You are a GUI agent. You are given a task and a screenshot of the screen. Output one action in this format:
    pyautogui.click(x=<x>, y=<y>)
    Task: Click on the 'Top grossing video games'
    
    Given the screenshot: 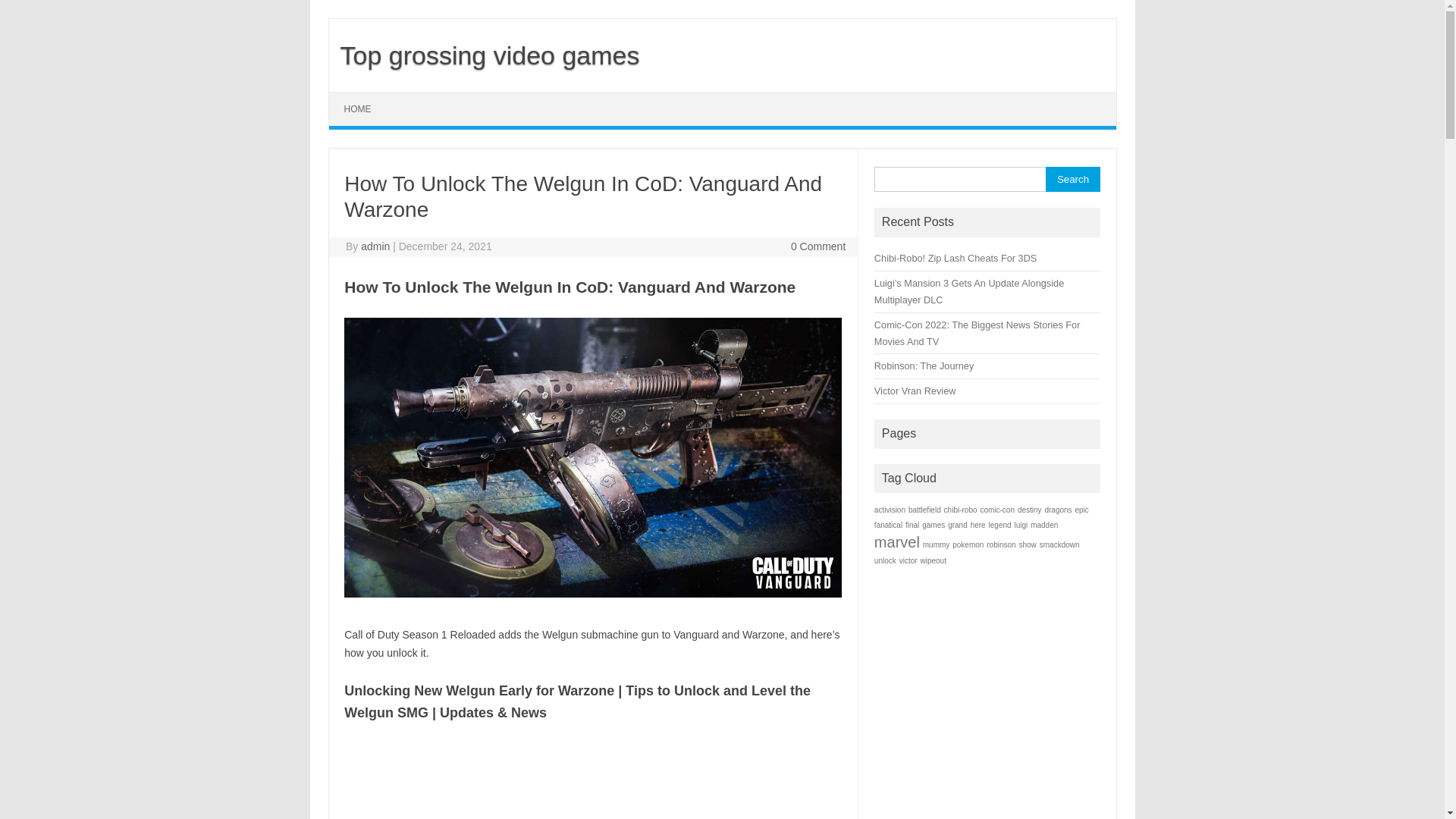 What is the action you would take?
    pyautogui.click(x=483, y=55)
    